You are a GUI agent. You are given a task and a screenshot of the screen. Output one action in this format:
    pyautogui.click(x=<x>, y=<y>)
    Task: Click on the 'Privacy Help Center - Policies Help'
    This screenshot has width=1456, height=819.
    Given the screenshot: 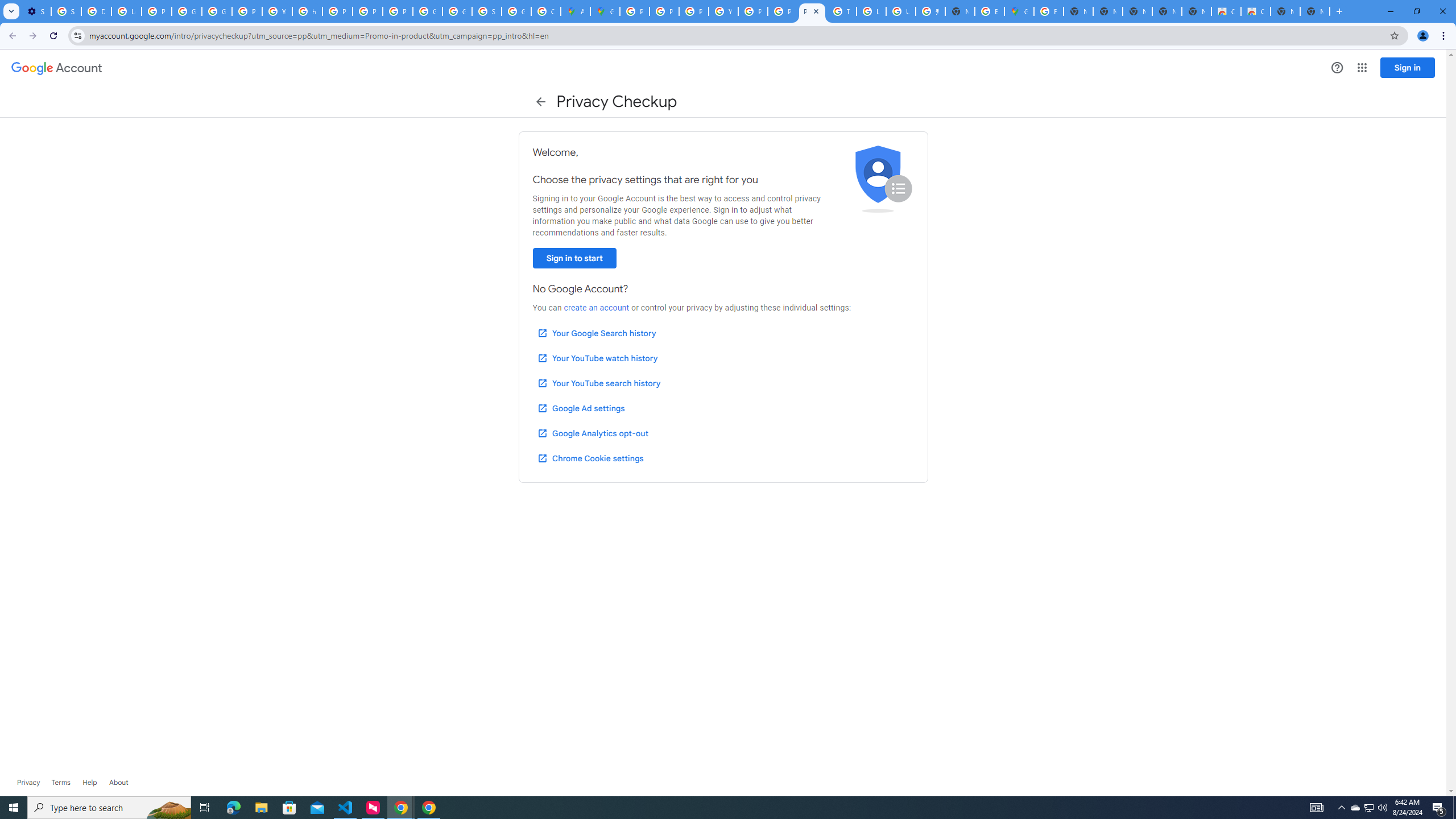 What is the action you would take?
    pyautogui.click(x=664, y=11)
    